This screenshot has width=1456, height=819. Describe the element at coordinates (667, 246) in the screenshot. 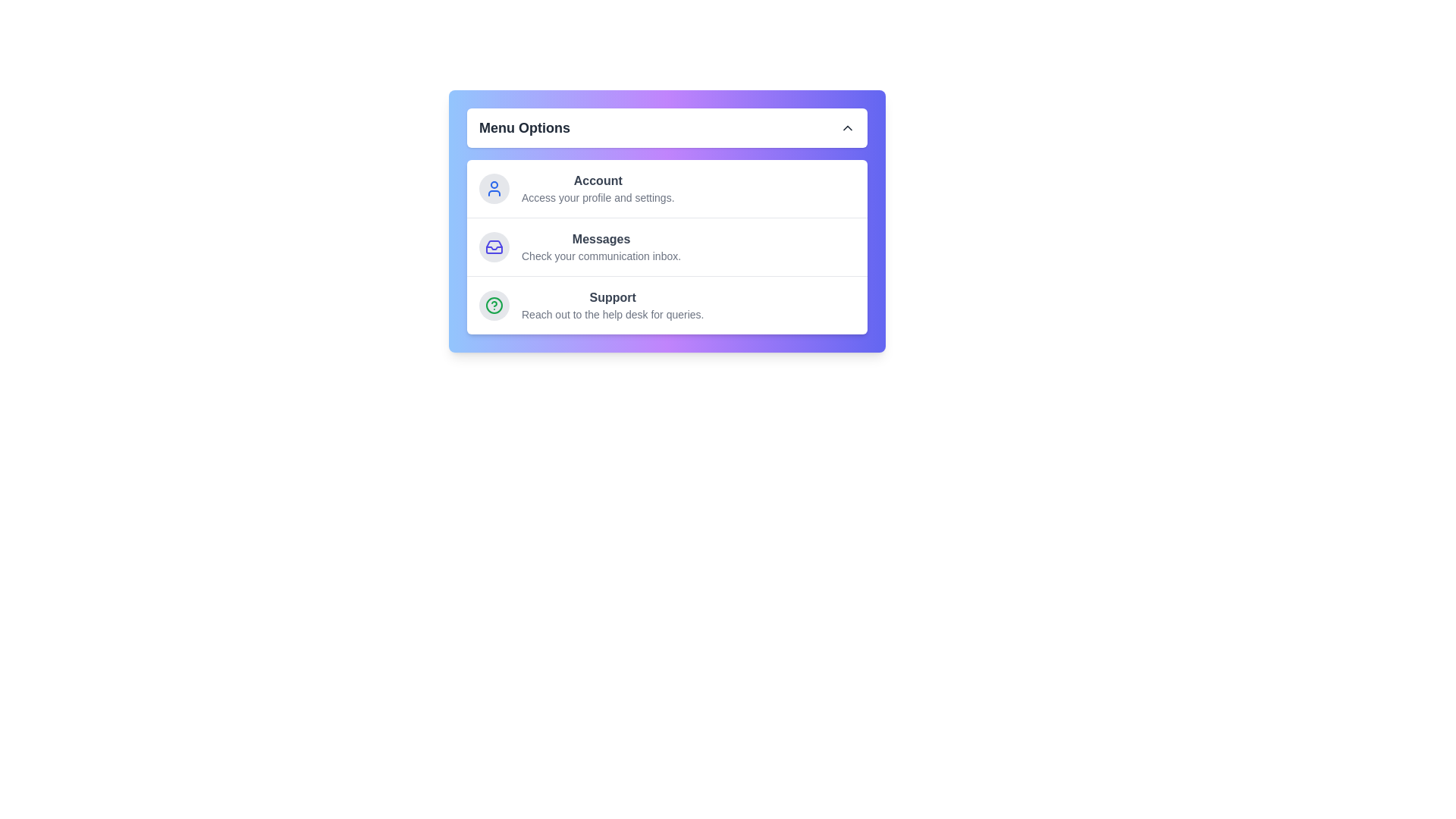

I see `the 'Messages' menu item to access its details` at that location.